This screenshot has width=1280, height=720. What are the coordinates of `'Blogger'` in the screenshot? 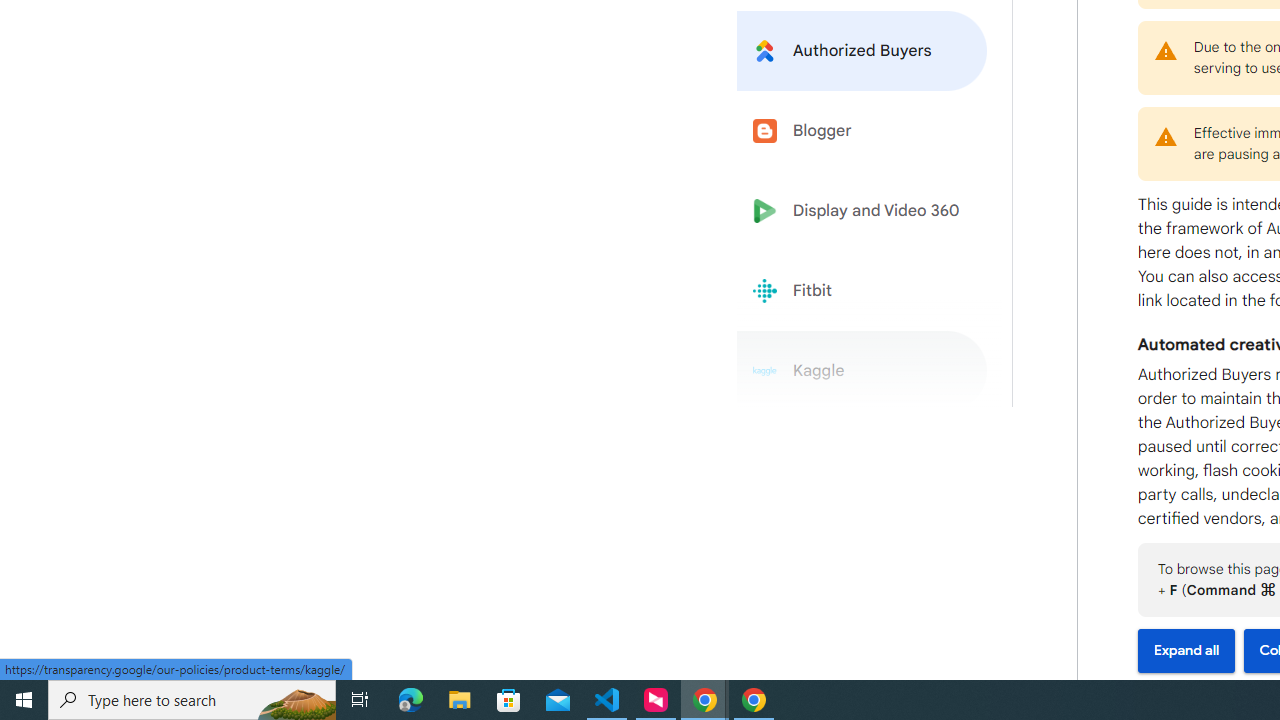 It's located at (862, 131).